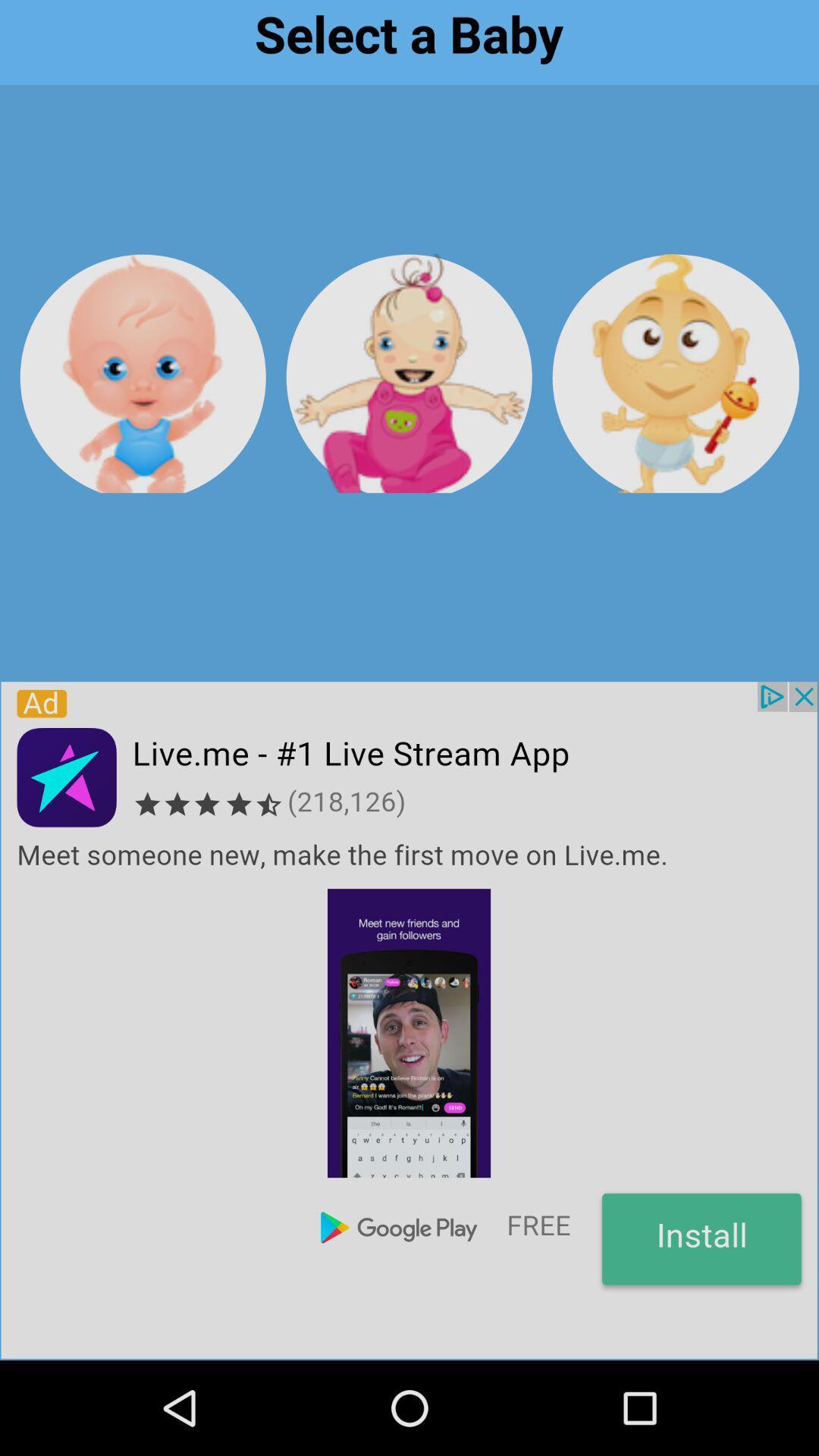 This screenshot has height=1456, width=819. What do you see at coordinates (675, 373) in the screenshot?
I see `baby` at bounding box center [675, 373].